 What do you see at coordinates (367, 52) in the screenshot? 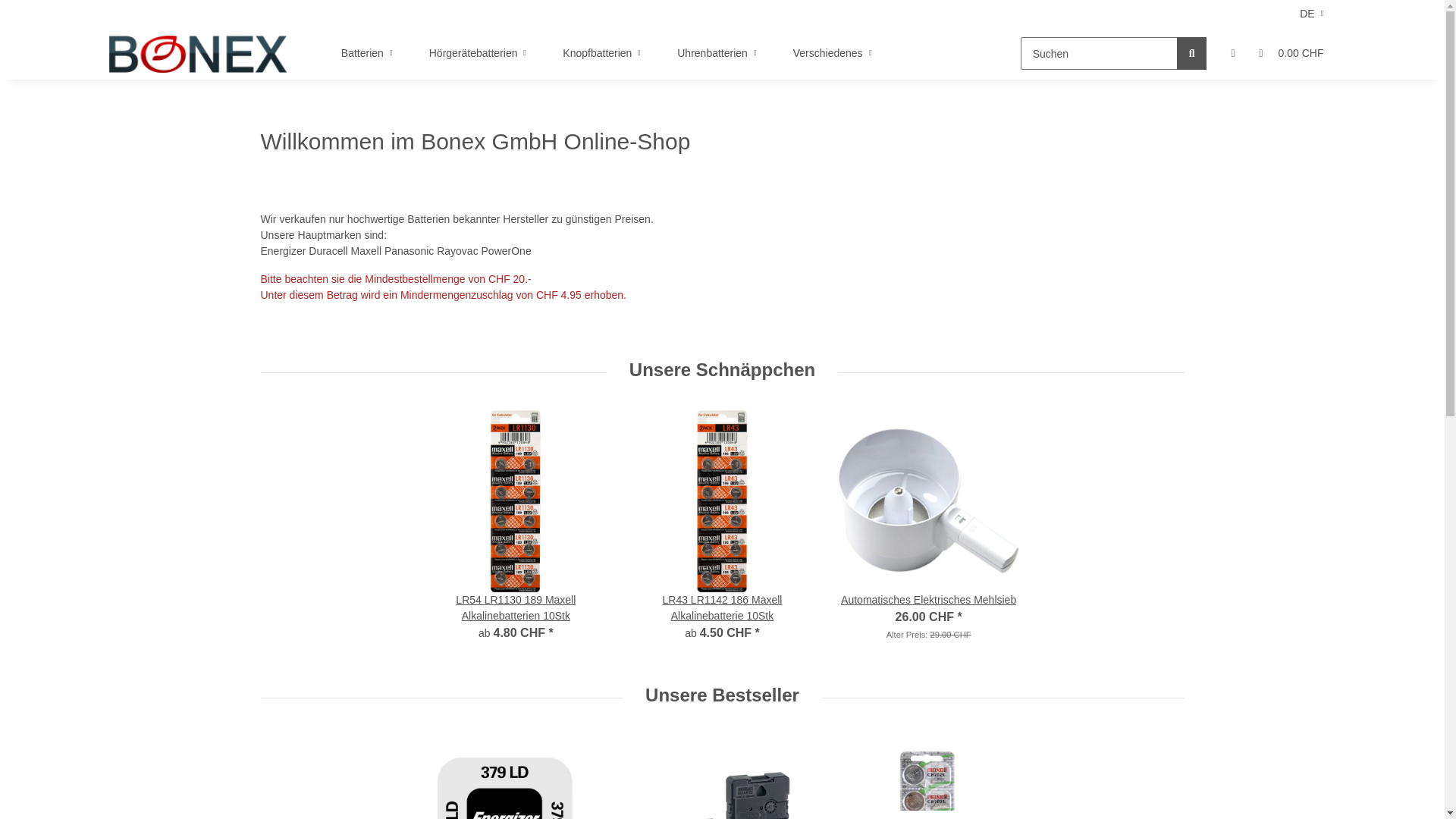
I see `'Batterien'` at bounding box center [367, 52].